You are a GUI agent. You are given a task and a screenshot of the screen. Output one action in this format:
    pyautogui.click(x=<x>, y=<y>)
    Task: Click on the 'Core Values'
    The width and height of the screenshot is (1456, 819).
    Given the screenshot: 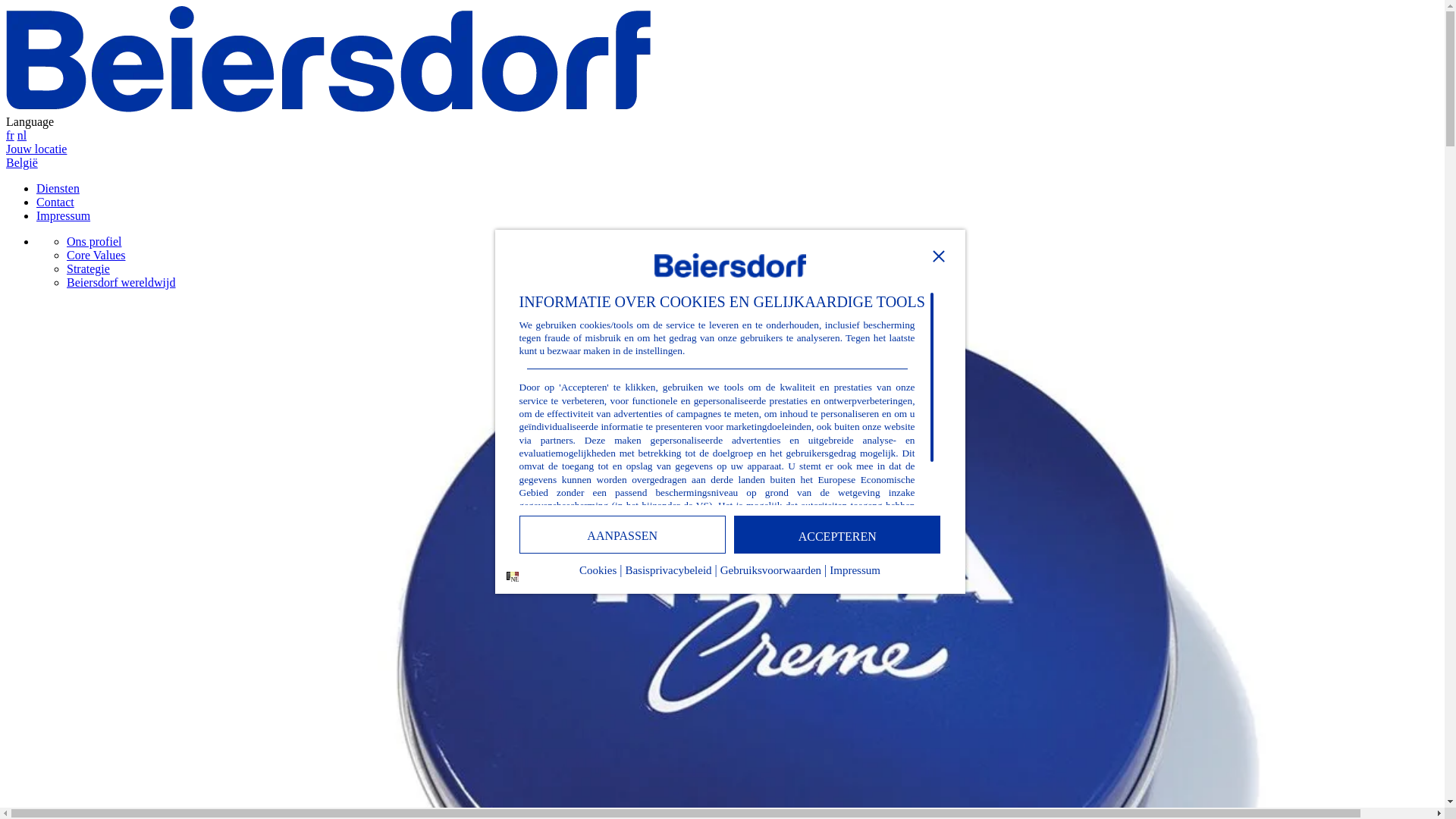 What is the action you would take?
    pyautogui.click(x=95, y=254)
    